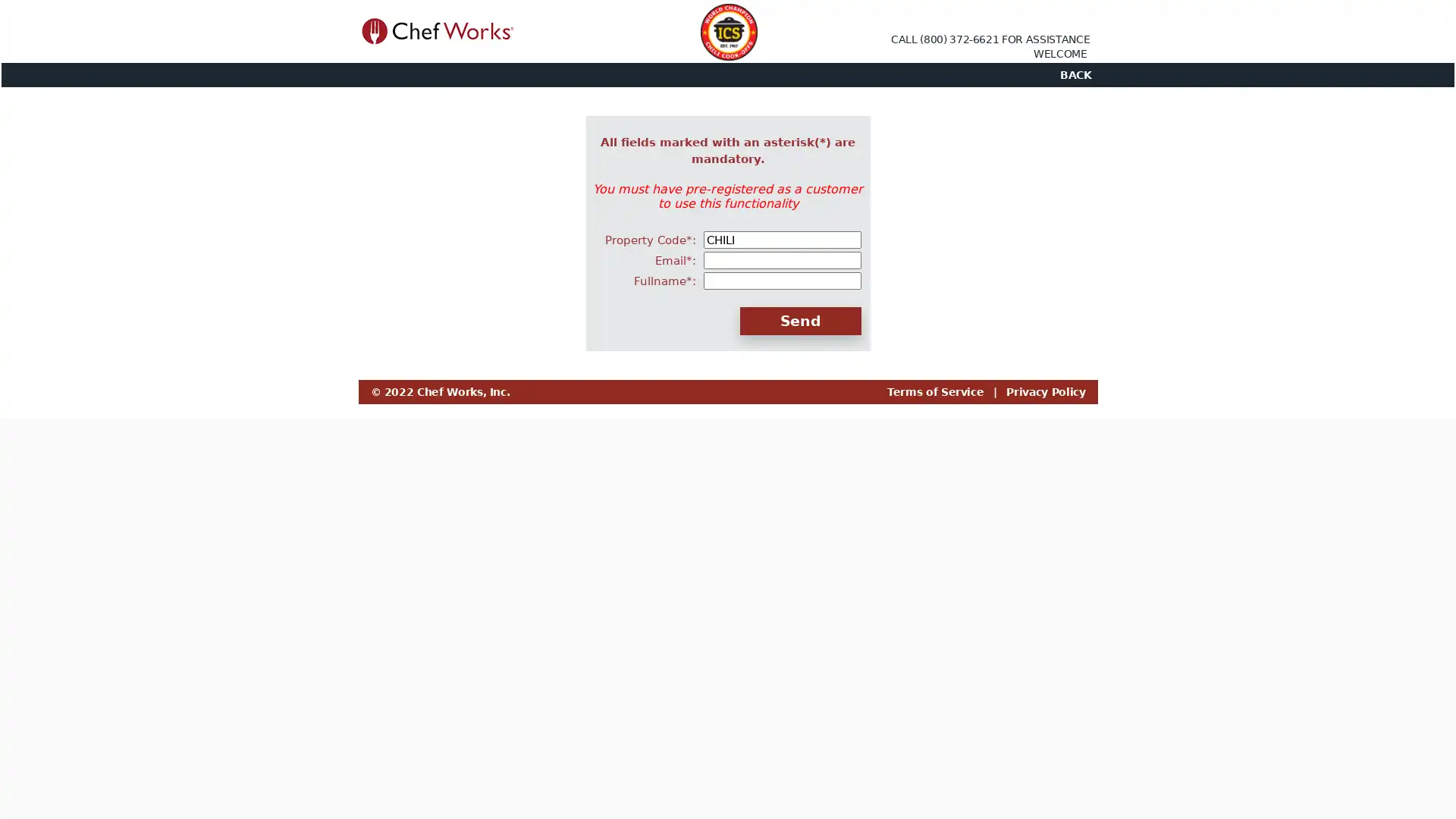  I want to click on BACK, so click(1074, 75).